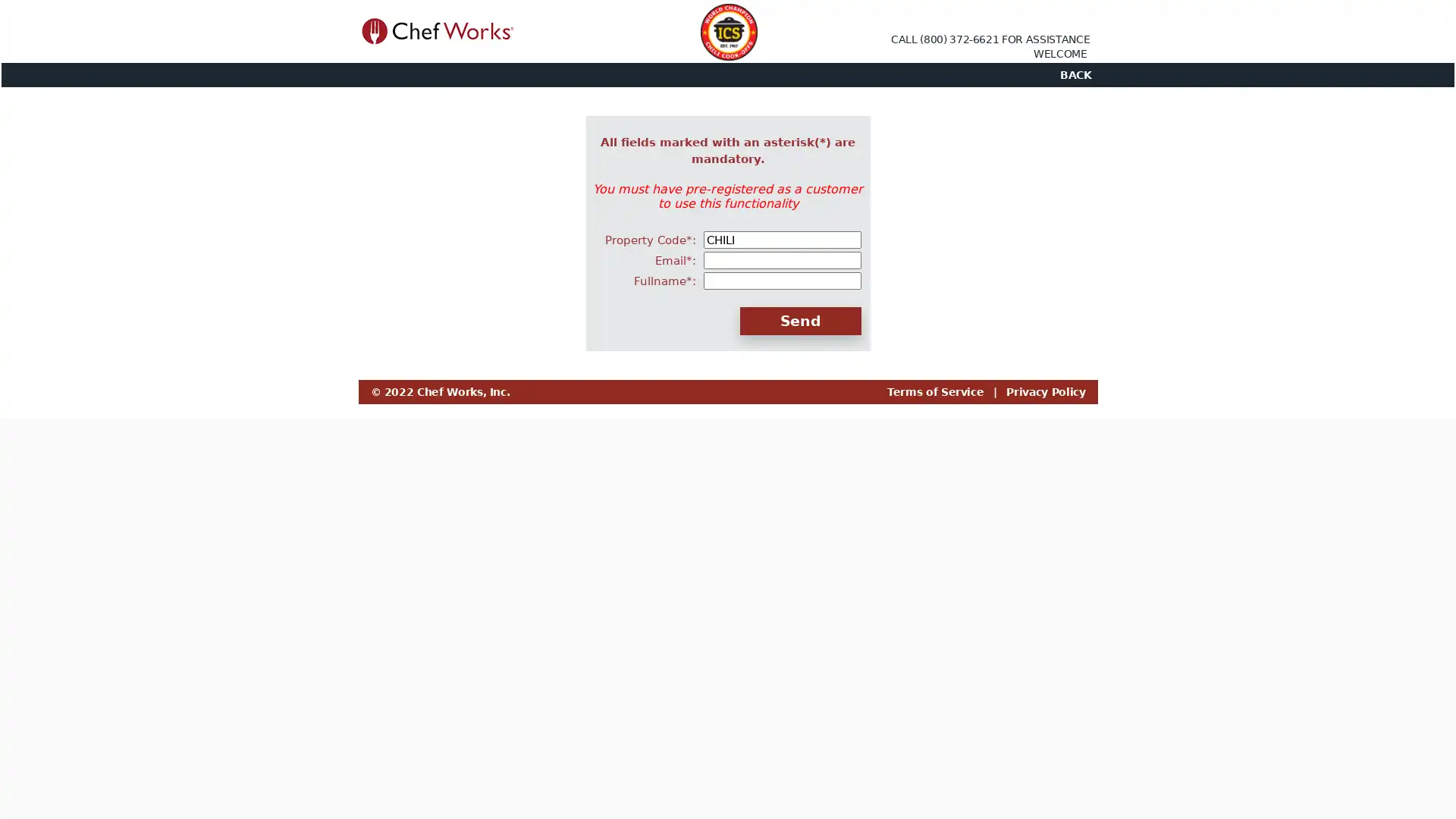  I want to click on BACK, so click(1074, 75).